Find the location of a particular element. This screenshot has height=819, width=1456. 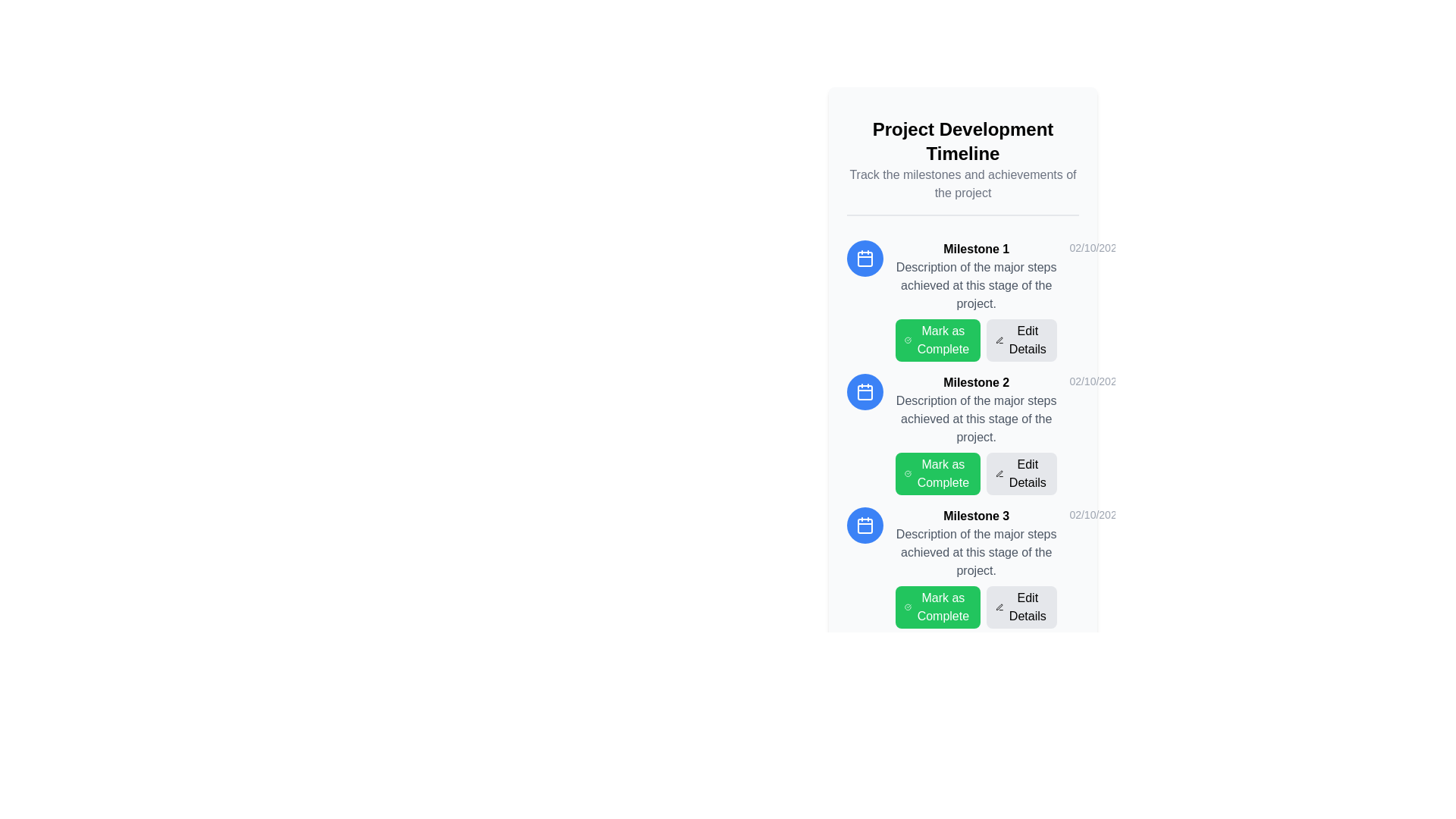

the date label for 'Milestone 3', which indicates the deadline or completion date associated with the milestone is located at coordinates (1096, 513).